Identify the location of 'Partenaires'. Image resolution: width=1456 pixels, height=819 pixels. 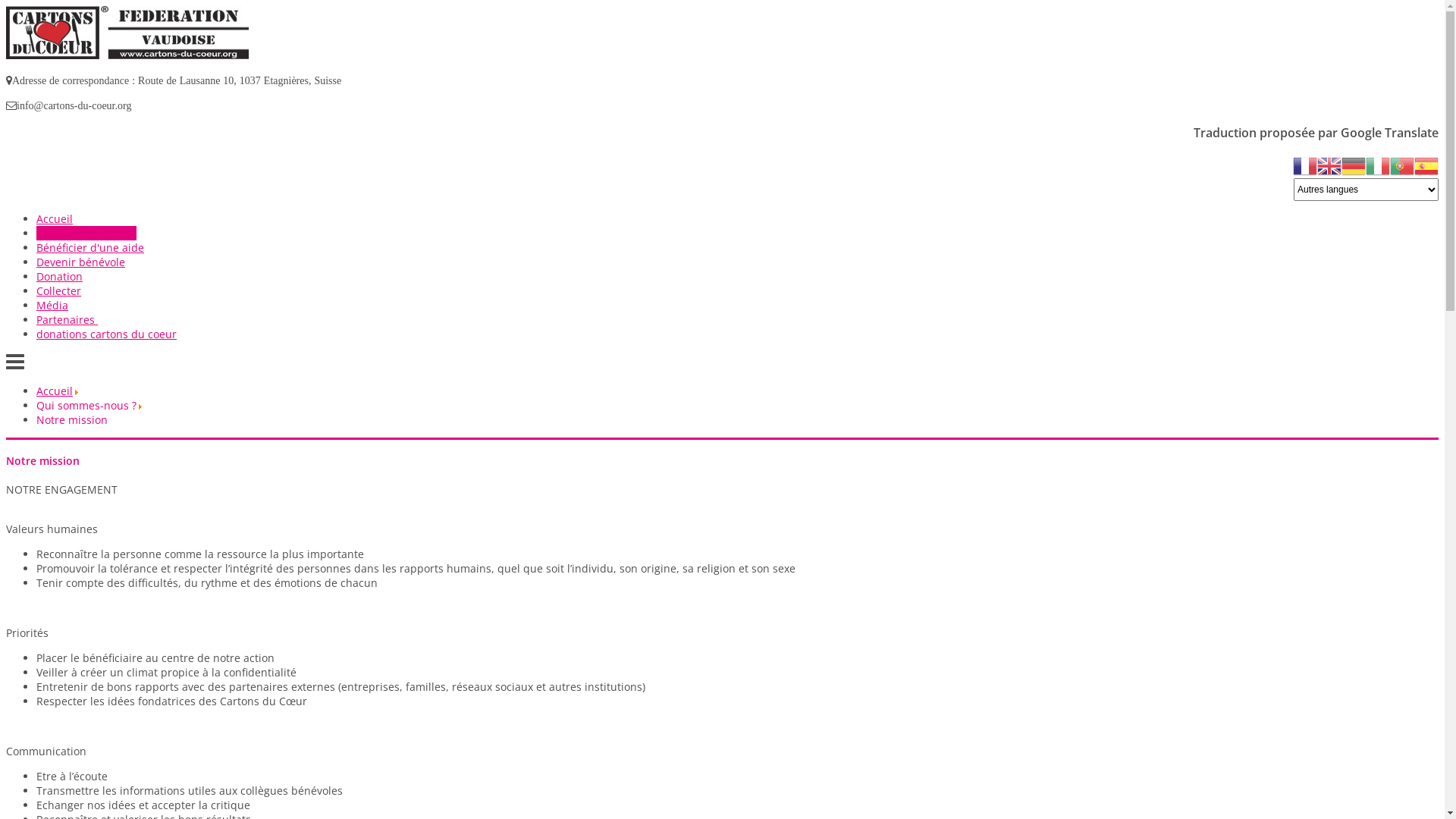
(66, 318).